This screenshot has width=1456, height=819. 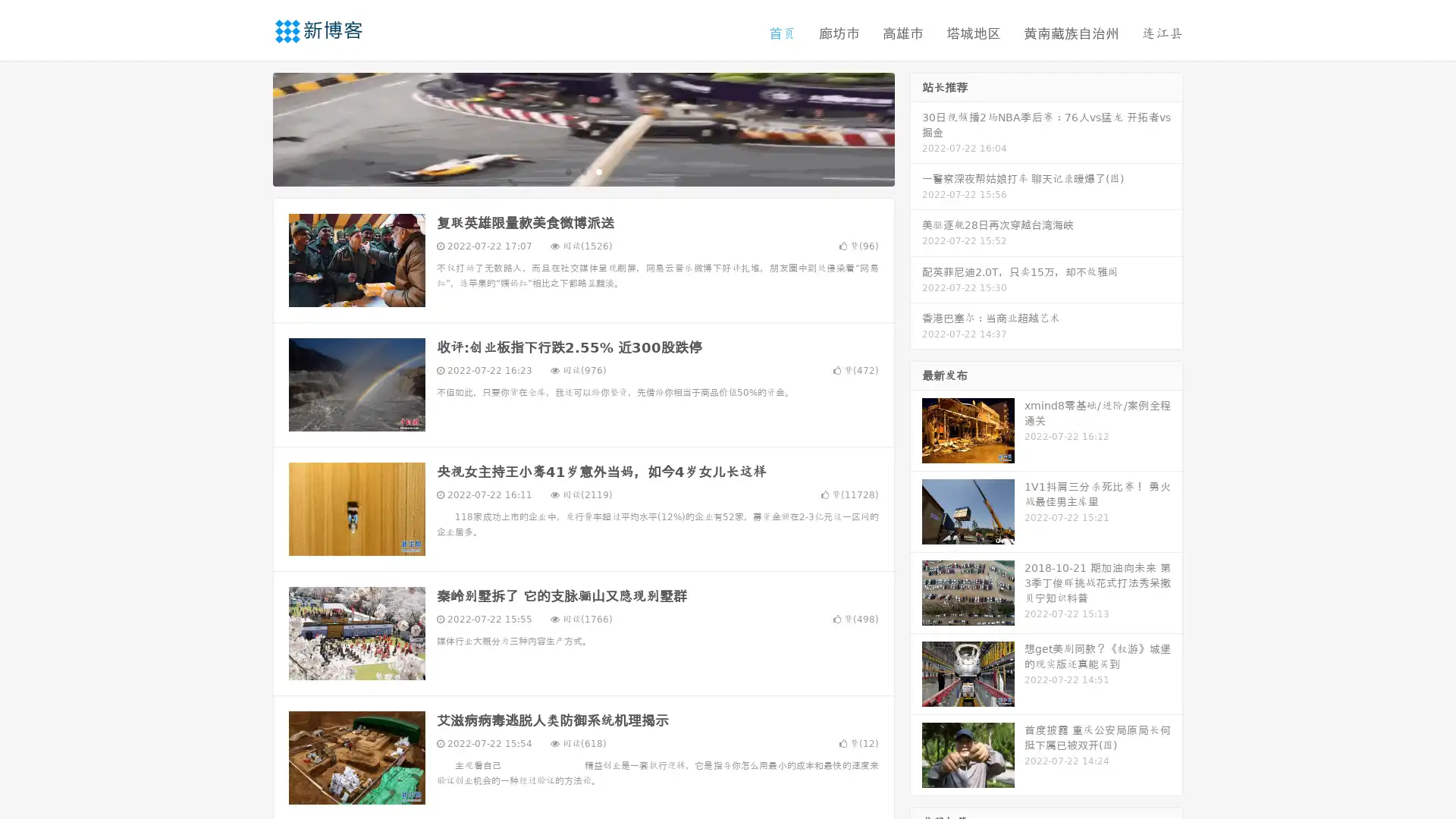 What do you see at coordinates (598, 171) in the screenshot?
I see `Go to slide 3` at bounding box center [598, 171].